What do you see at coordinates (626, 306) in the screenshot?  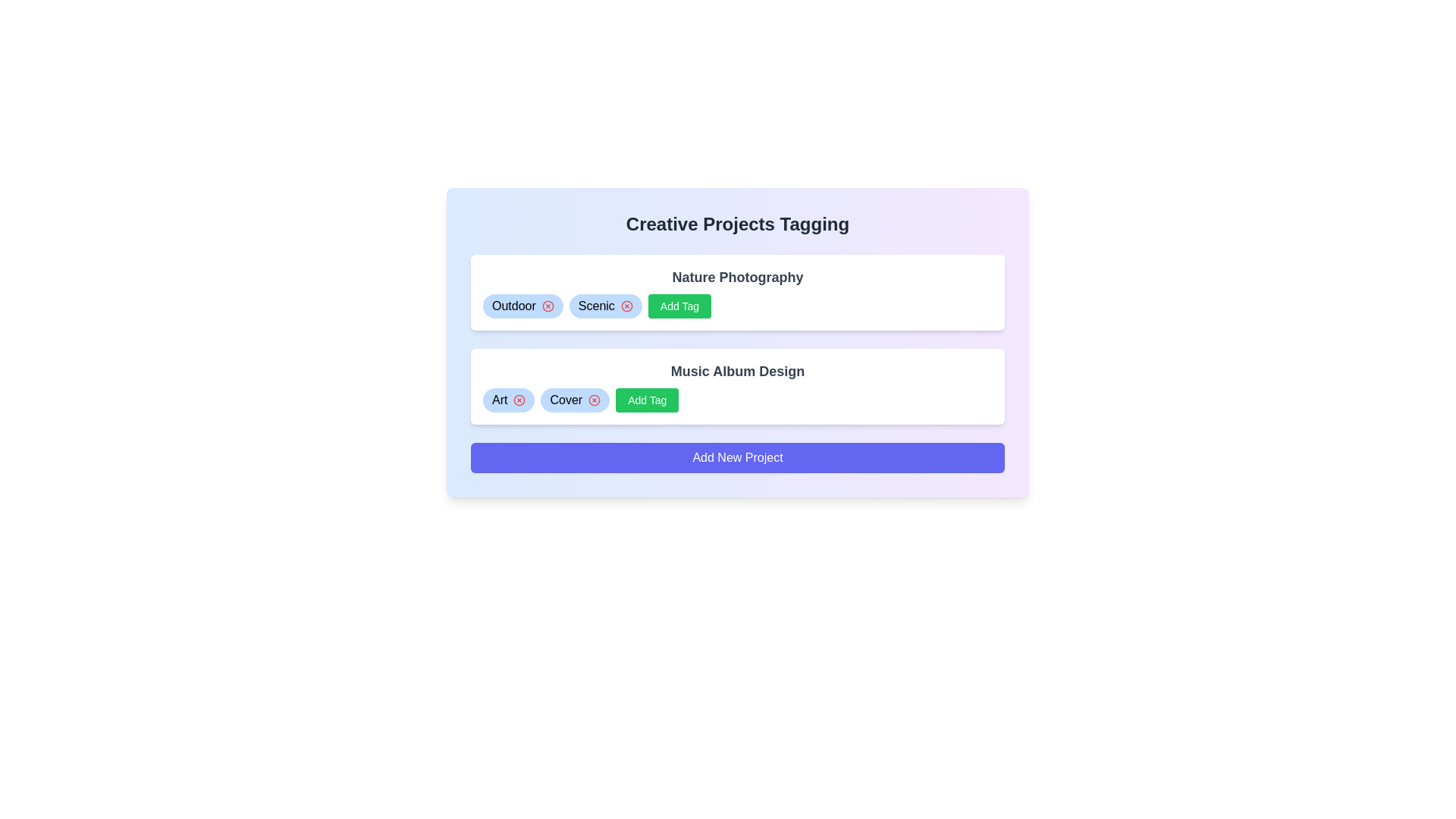 I see `the Icon button located to the top-right corner of the 'Scenic' tag under the 'Nature Photography' section` at bounding box center [626, 306].